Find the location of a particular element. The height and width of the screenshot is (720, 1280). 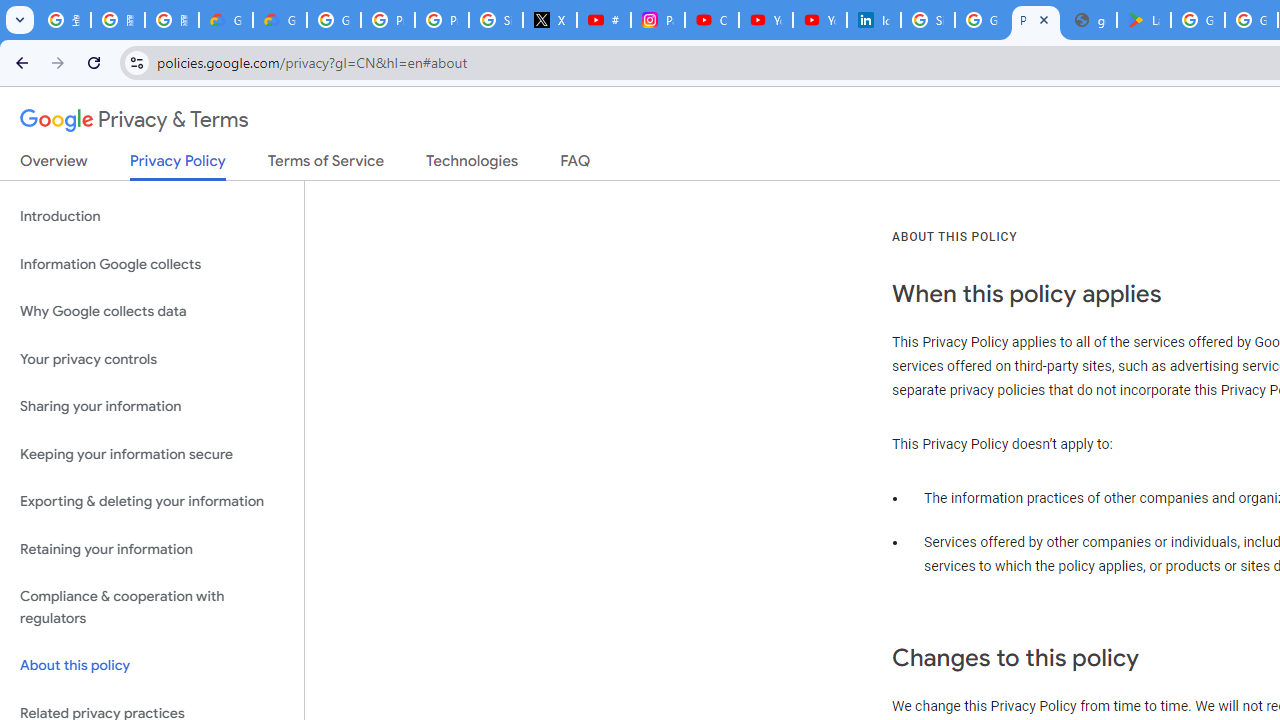

'Technologies' is located at coordinates (471, 164).